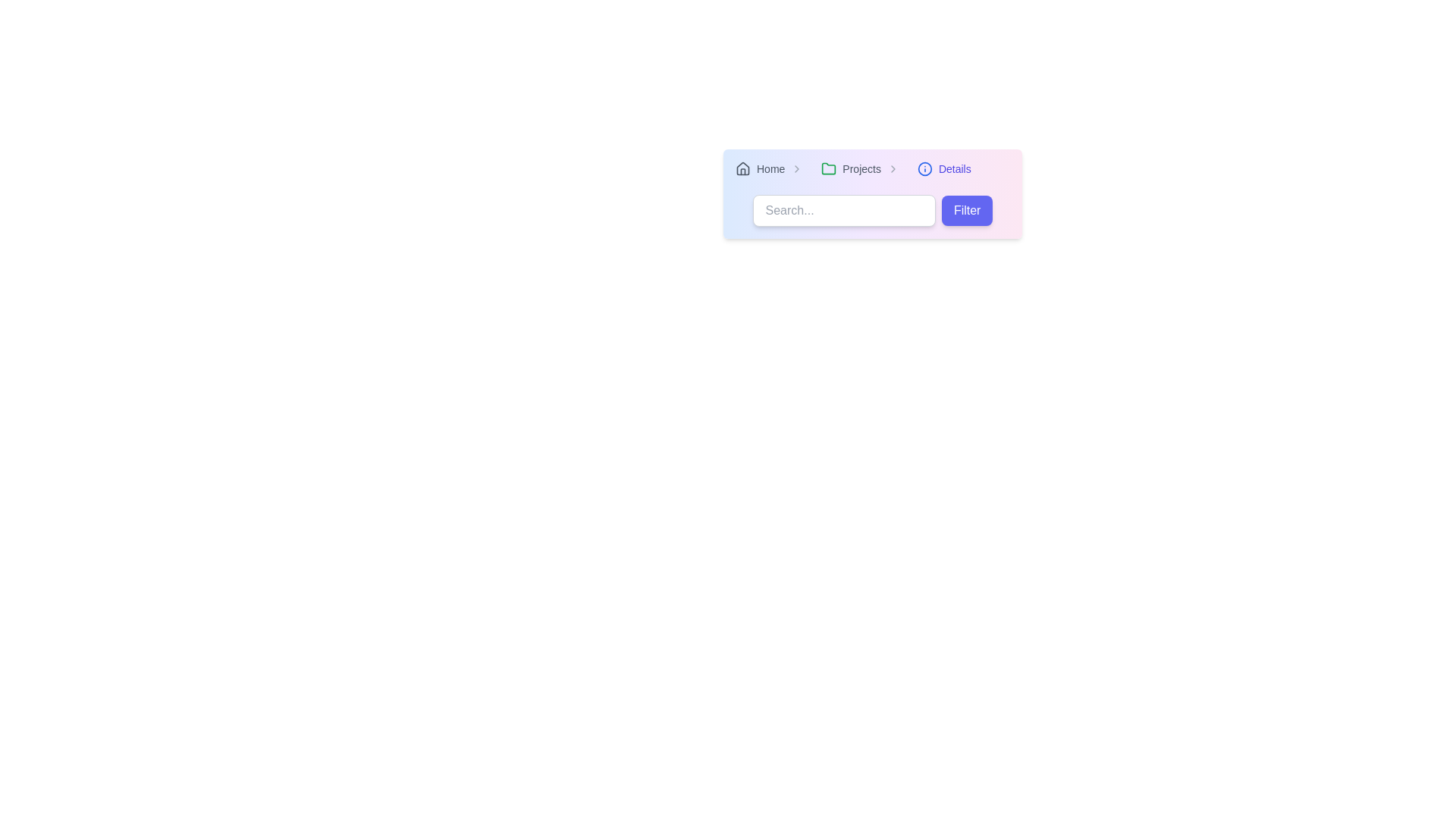 This screenshot has height=819, width=1456. What do you see at coordinates (760, 169) in the screenshot?
I see `the navigation link with an associated icon located at the beginning of the breadcrumb component` at bounding box center [760, 169].